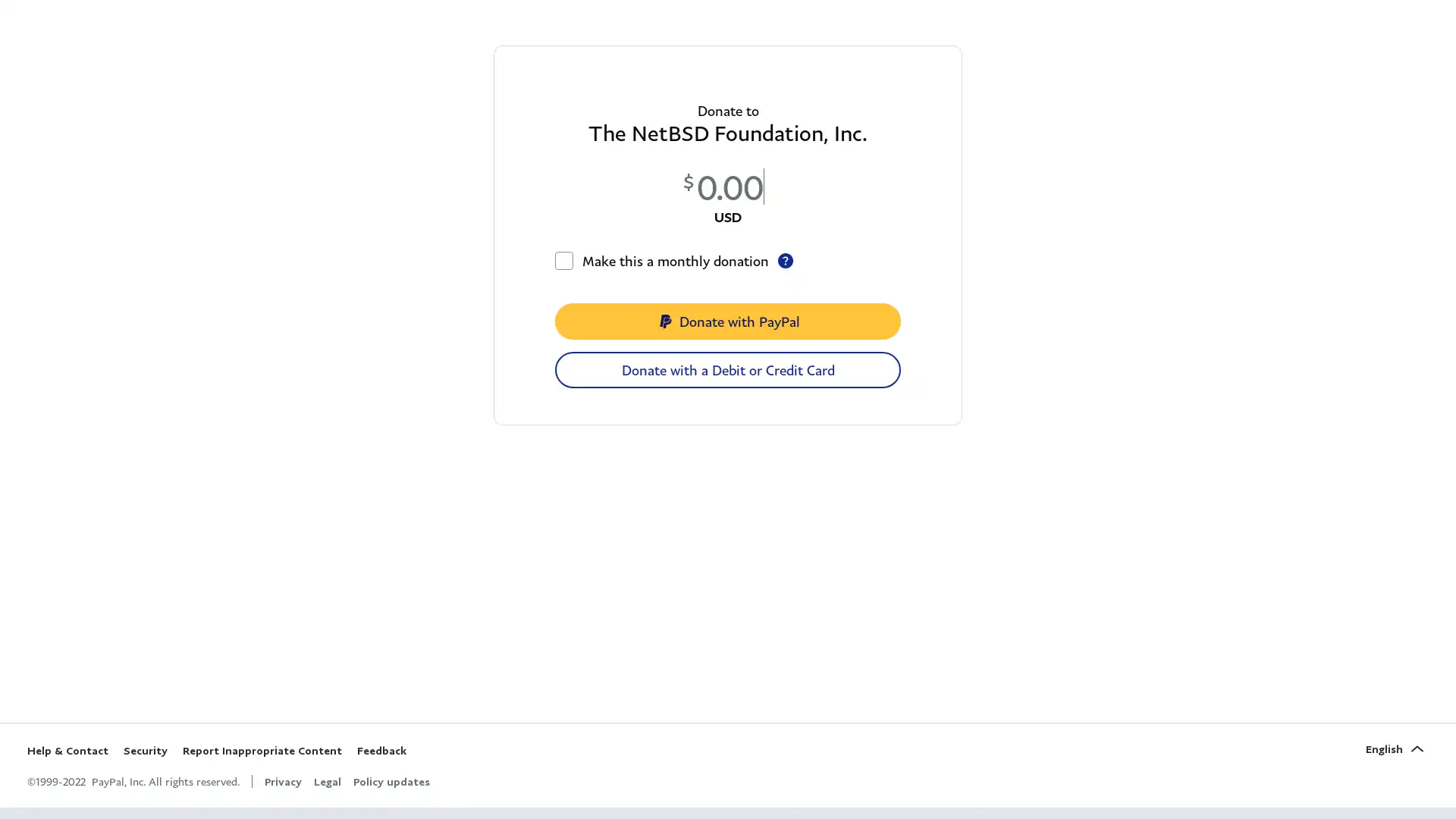 The image size is (1456, 819). I want to click on Yes, Accept Cookies, so click(871, 770).